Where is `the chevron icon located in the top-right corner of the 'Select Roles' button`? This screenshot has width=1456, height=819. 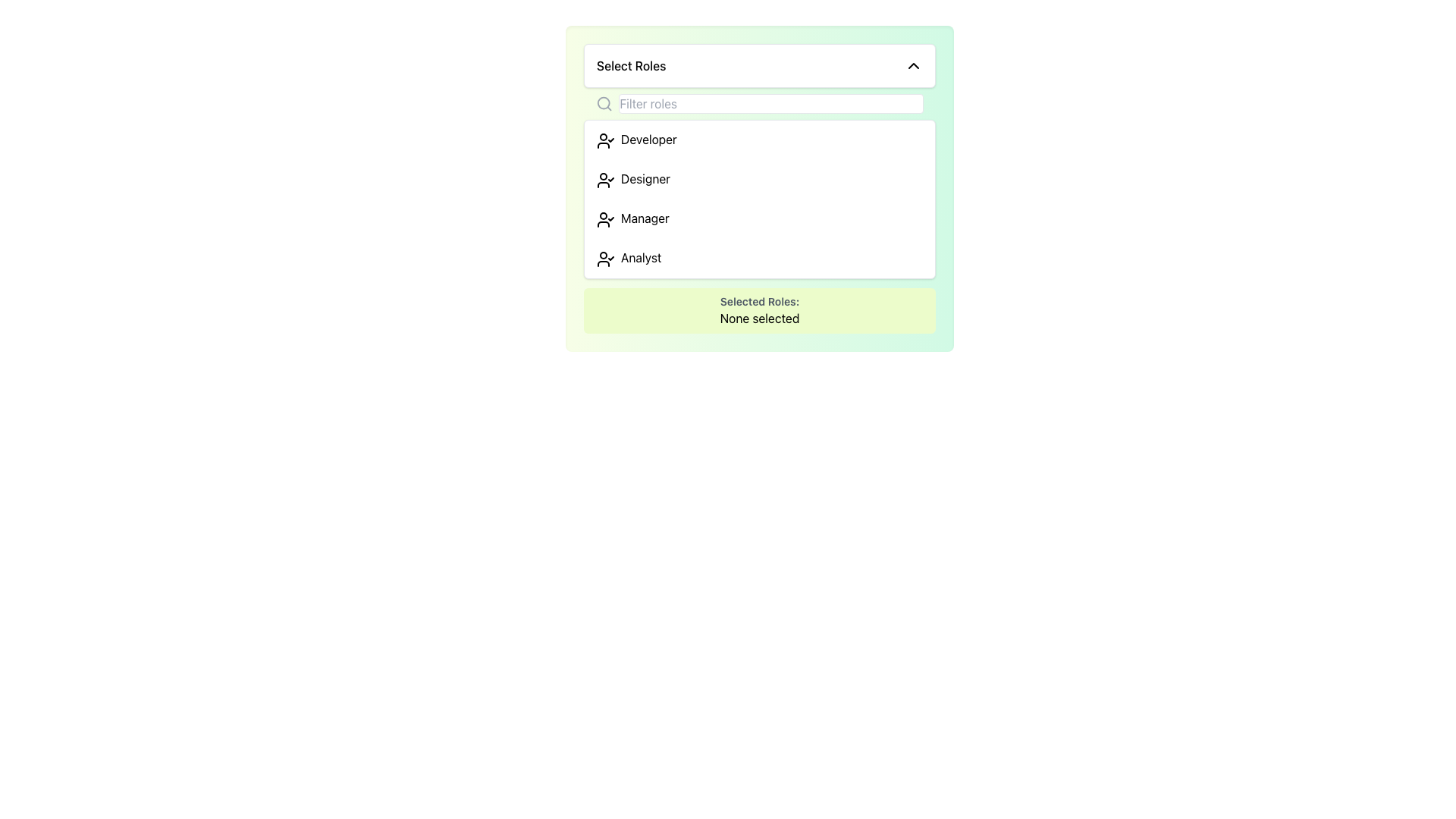 the chevron icon located in the top-right corner of the 'Select Roles' button is located at coordinates (912, 65).